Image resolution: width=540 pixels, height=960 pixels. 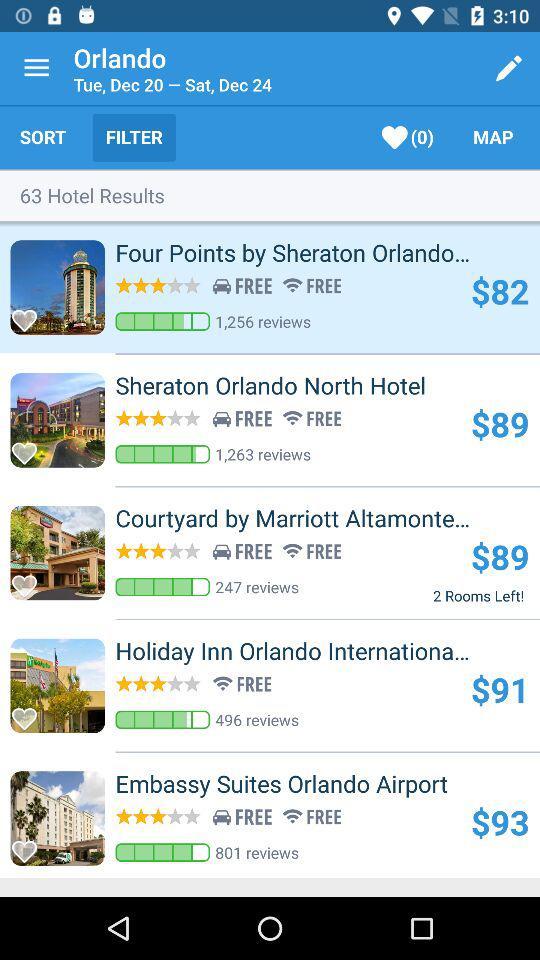 What do you see at coordinates (327, 650) in the screenshot?
I see `the holiday inn orlando item` at bounding box center [327, 650].